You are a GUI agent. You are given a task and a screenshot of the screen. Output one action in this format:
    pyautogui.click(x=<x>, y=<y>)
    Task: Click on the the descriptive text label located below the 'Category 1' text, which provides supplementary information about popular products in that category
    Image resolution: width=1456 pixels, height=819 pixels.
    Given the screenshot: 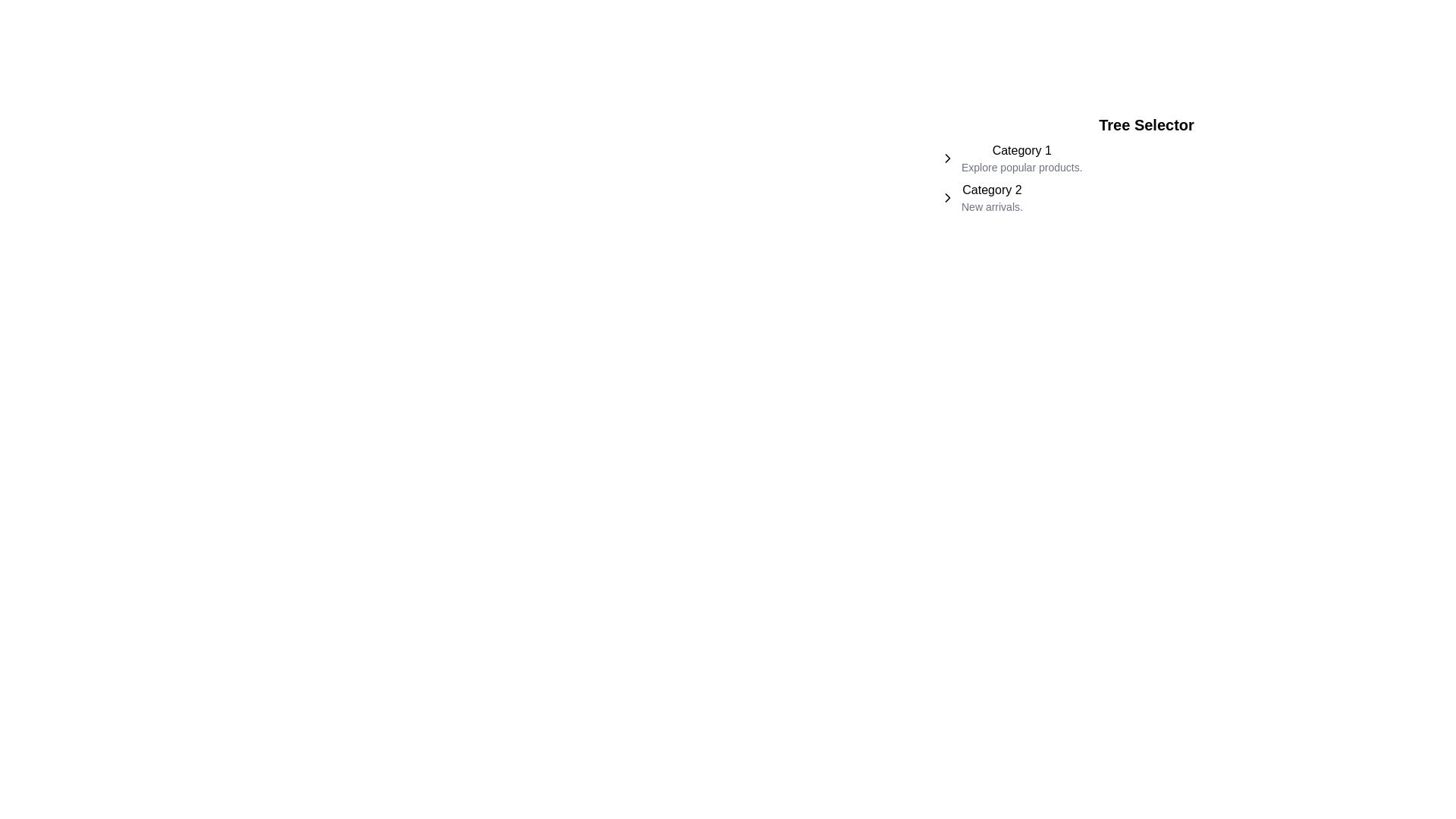 What is the action you would take?
    pyautogui.click(x=1021, y=167)
    